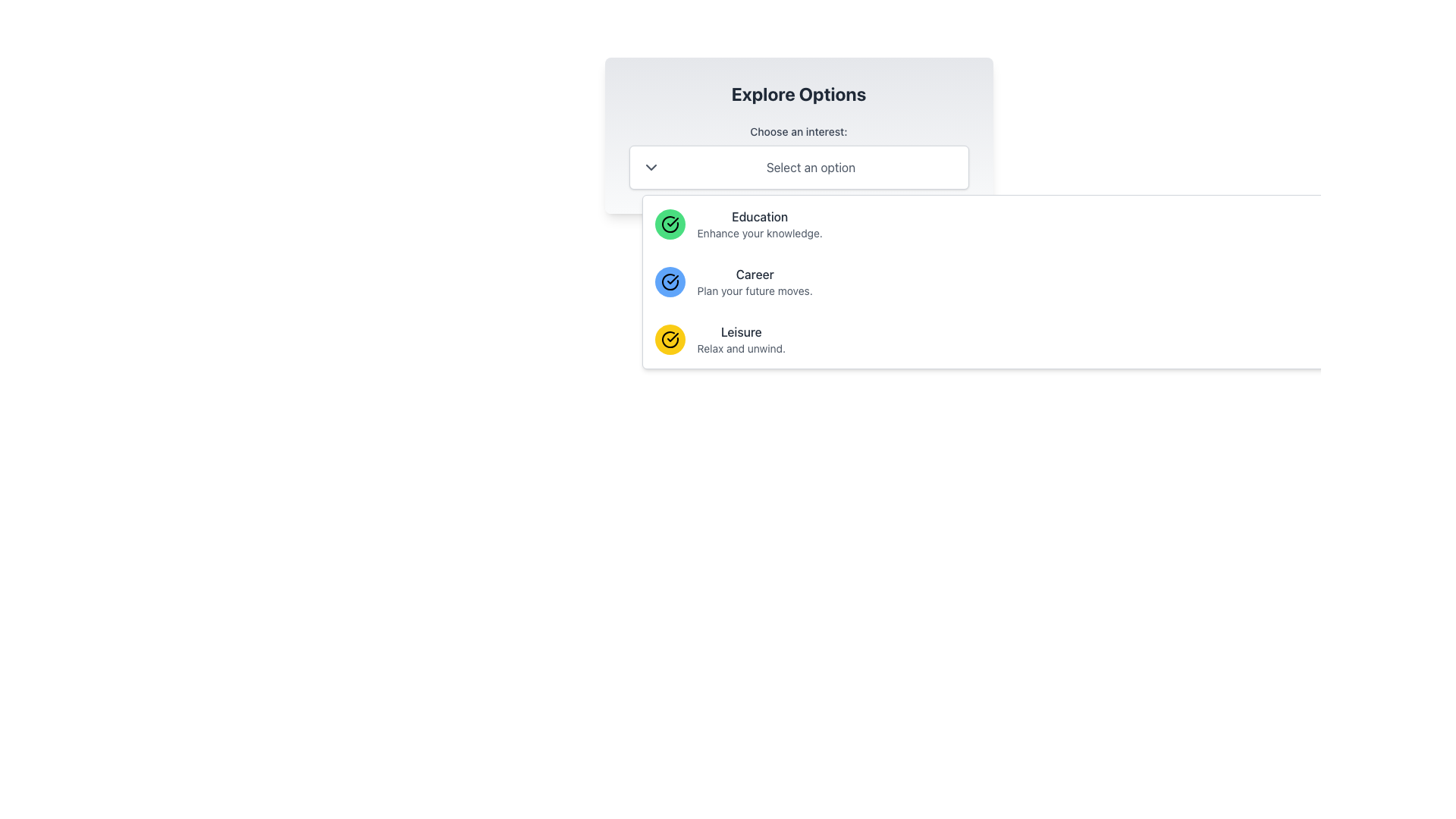  I want to click on the circular outline SVG icon that represents a checked state, located adjacent to the 'Education: Enhance your knowledge' text at the top of the options list, so click(669, 224).